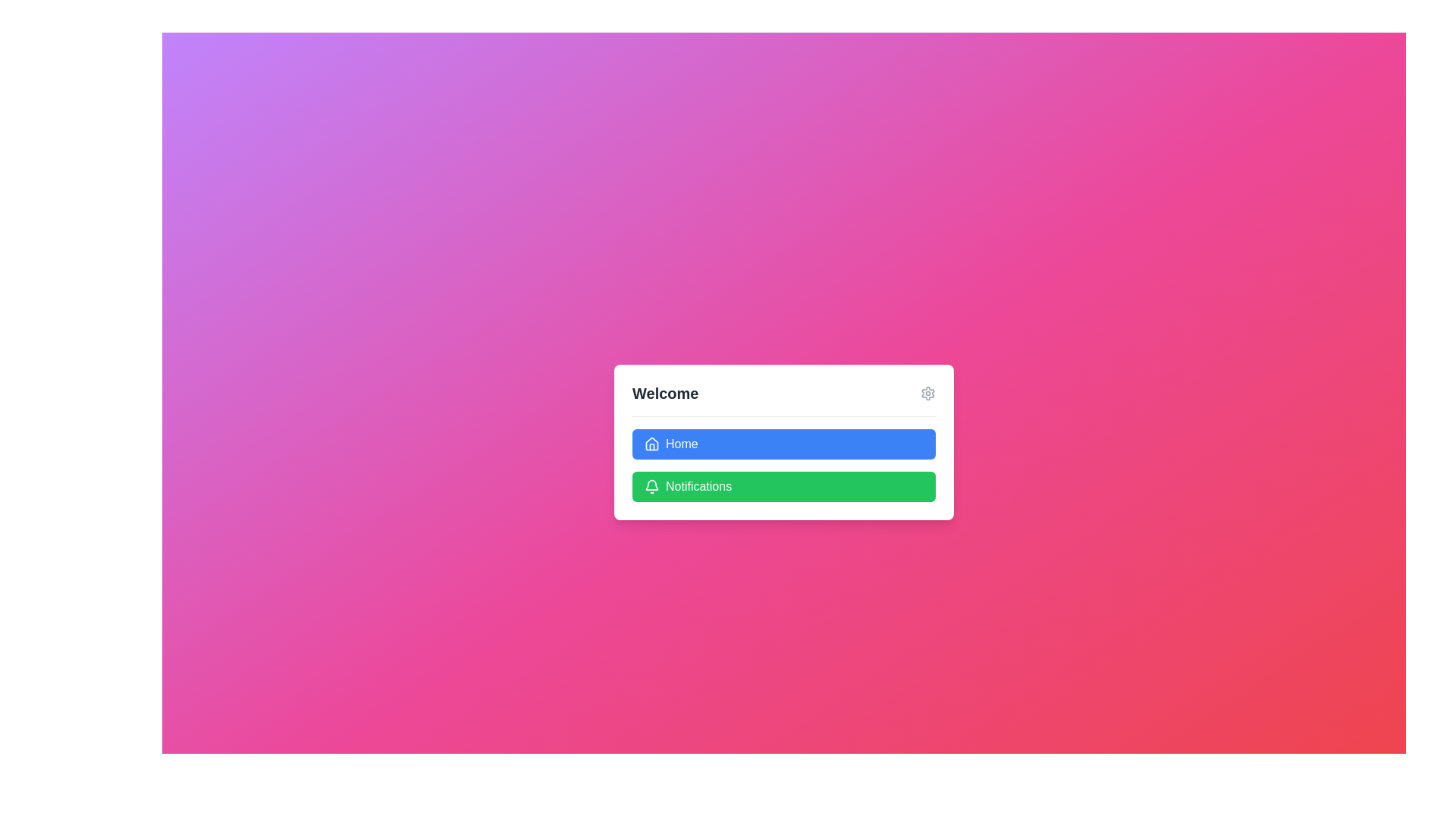 This screenshot has height=819, width=1456. I want to click on text label 'Home' which is styled in white against a blue background, located on the right side of a rounded rectangular blue button in the navigation menu, so click(681, 444).